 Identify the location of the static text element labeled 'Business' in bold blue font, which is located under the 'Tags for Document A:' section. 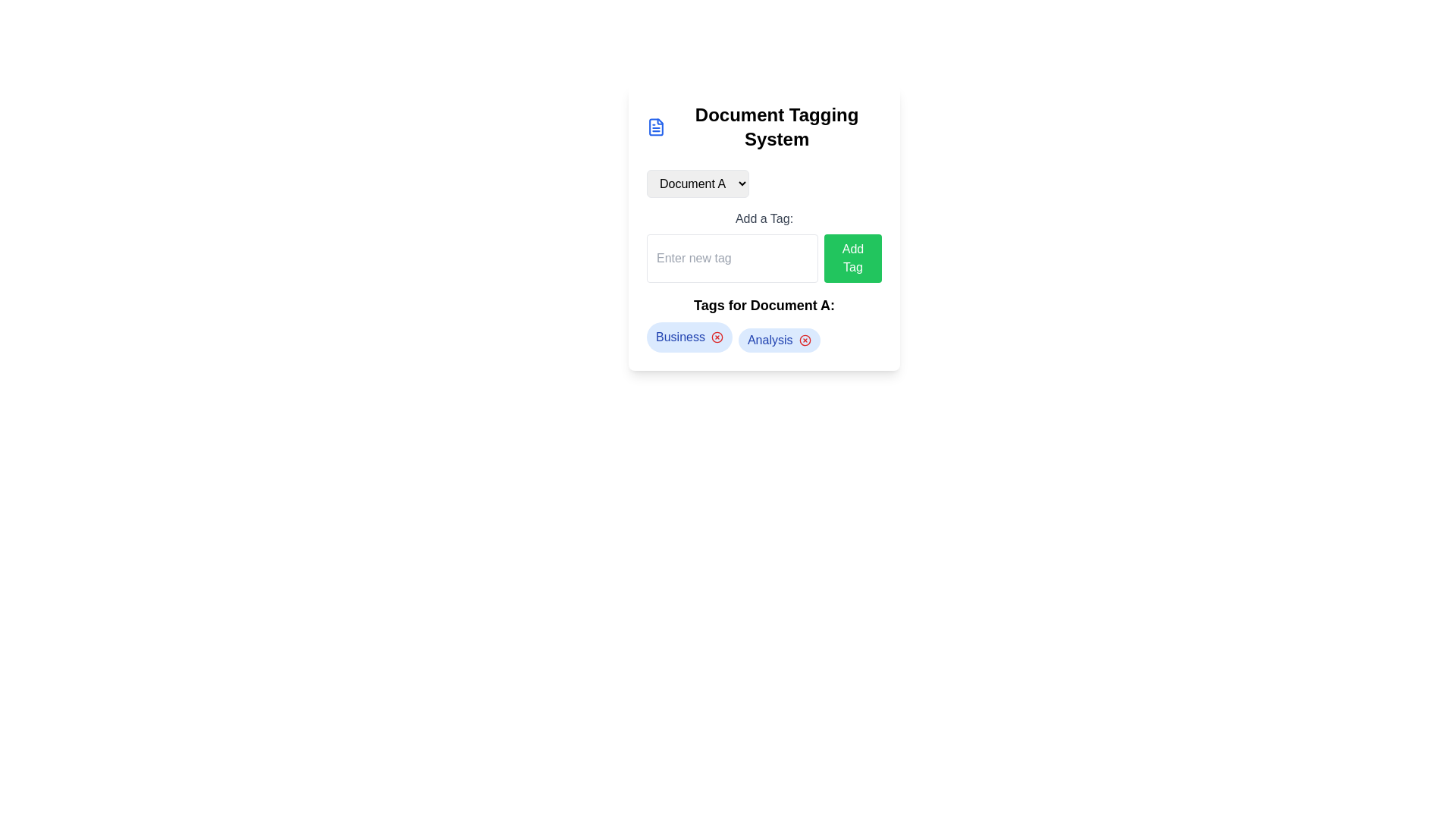
(679, 336).